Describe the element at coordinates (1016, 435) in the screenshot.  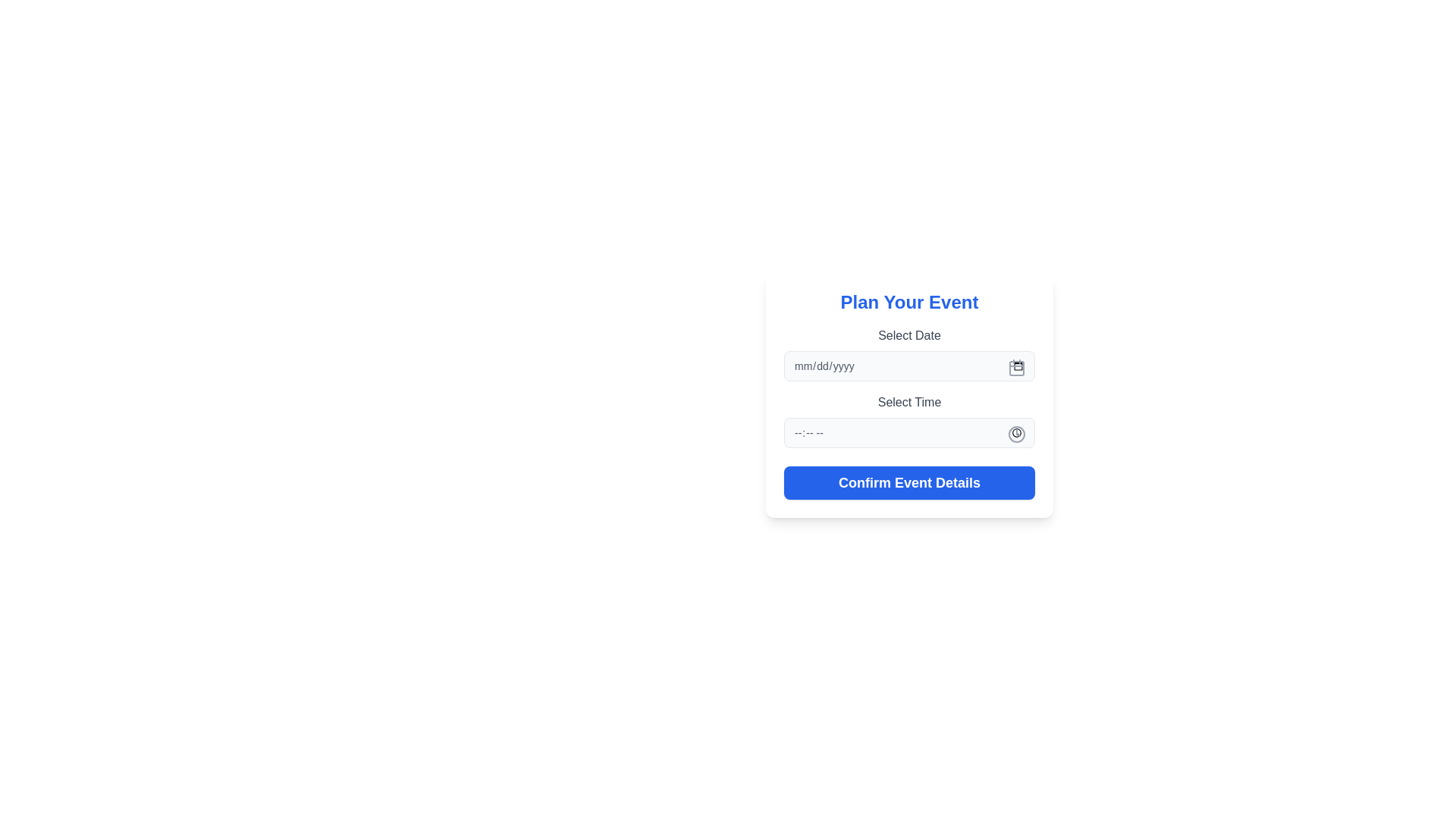
I see `the clock icon, which is a gray, circular element located at the far right of the time selection input field` at that location.